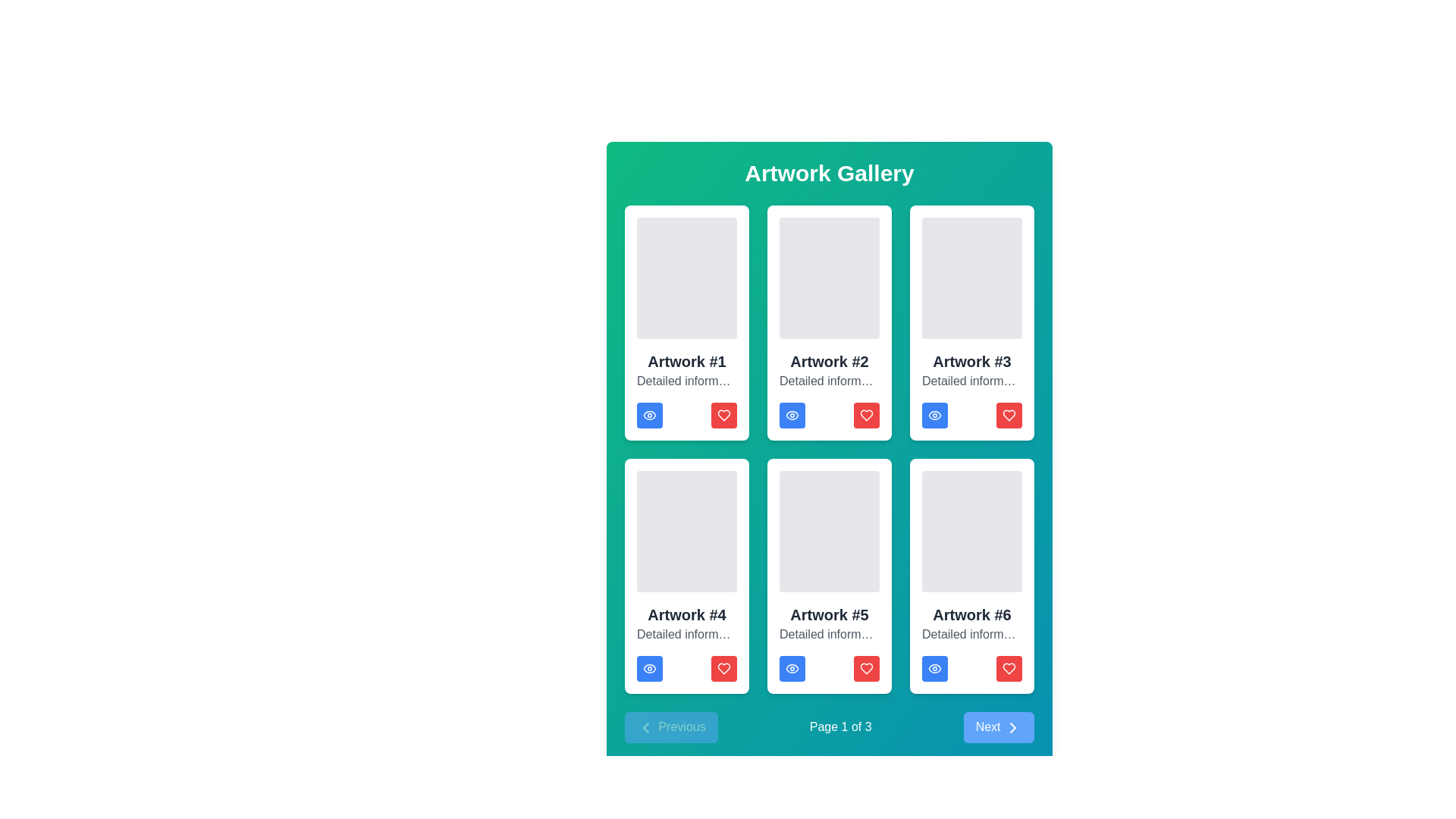 This screenshot has height=819, width=1456. Describe the element at coordinates (829, 278) in the screenshot. I see `the decorative rectangle located at the top of the card labeled 'Artwork #2'` at that location.